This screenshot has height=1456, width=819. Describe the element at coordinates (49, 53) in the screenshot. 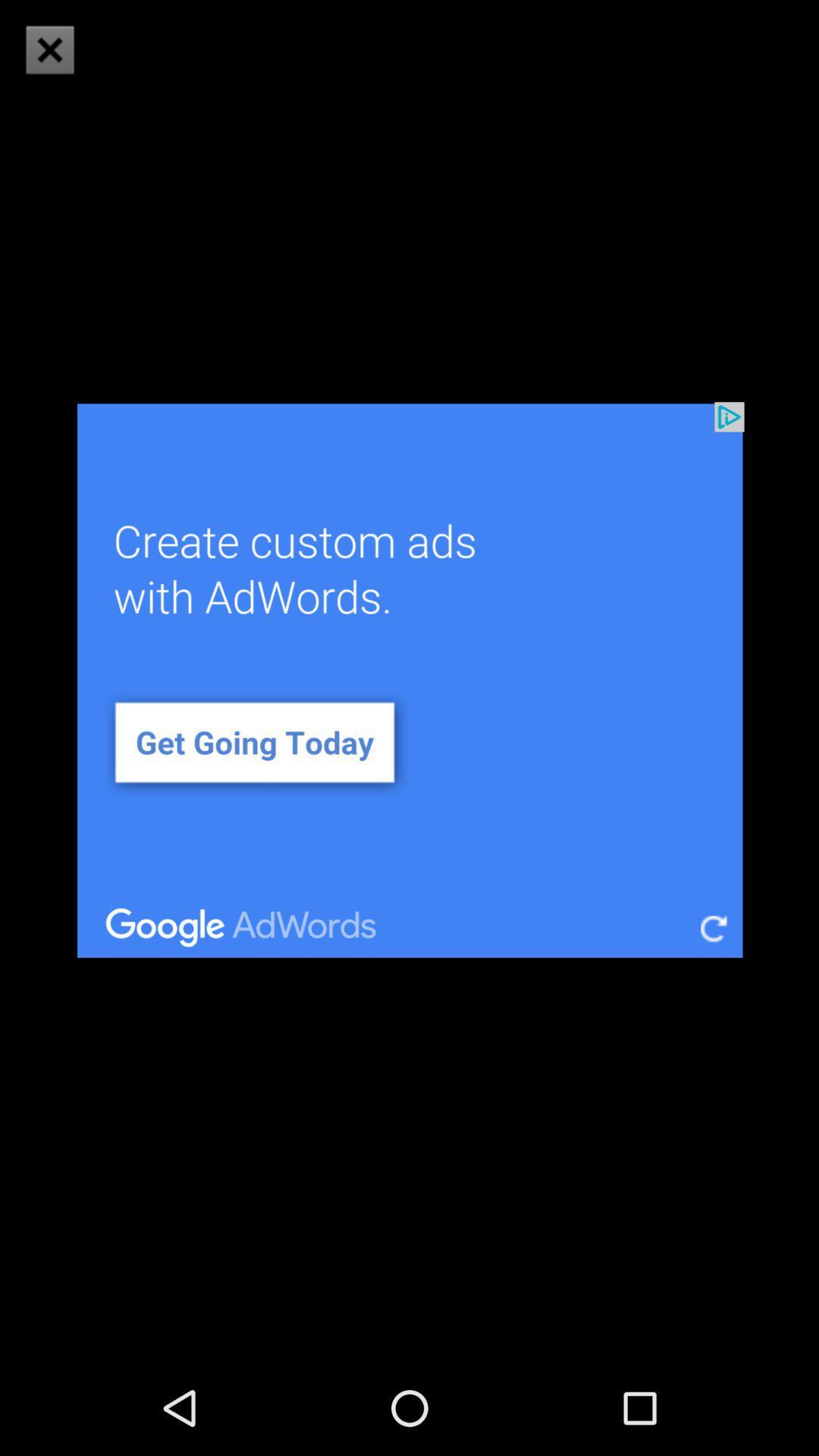

I see `the close icon` at that location.